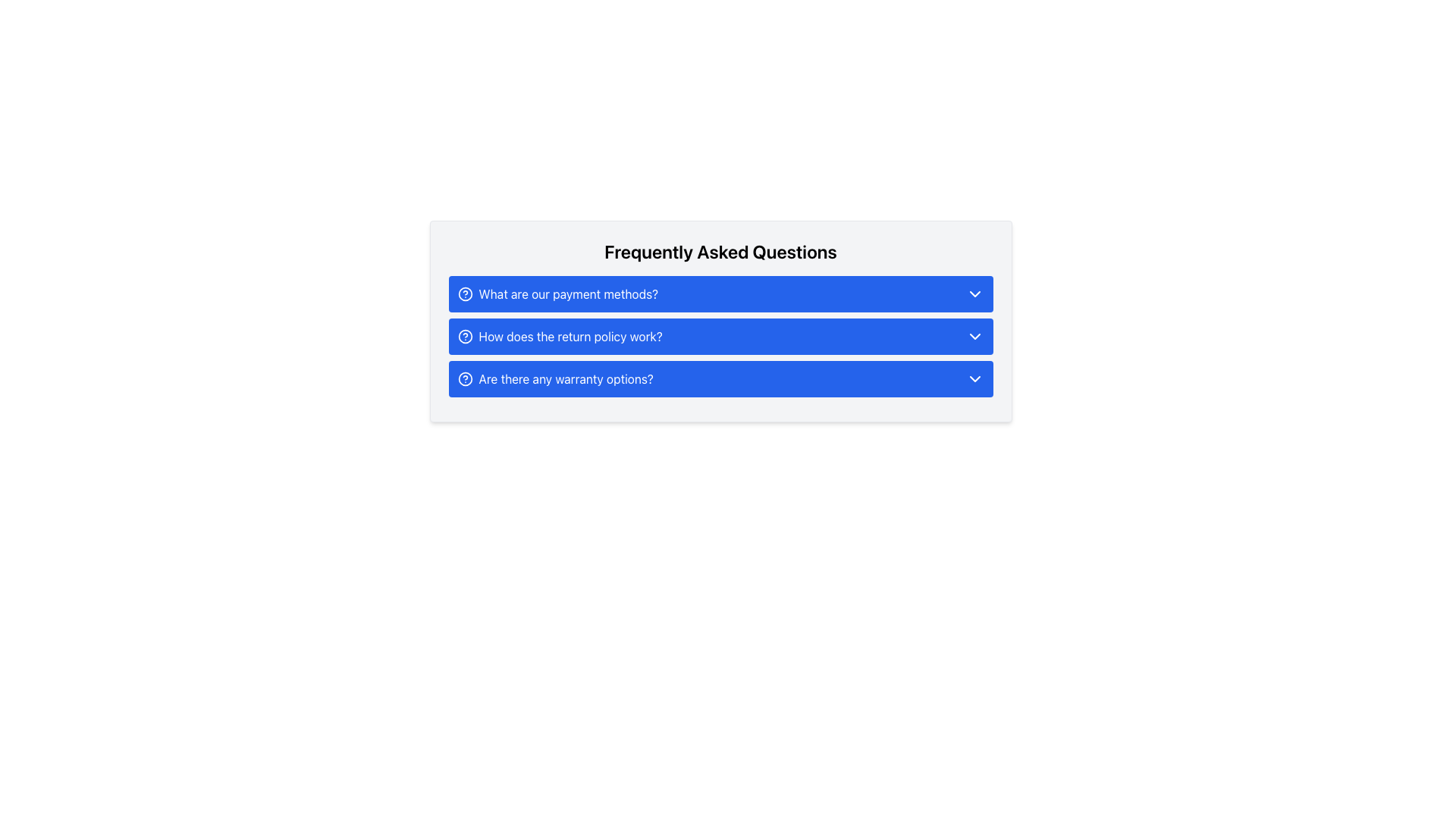 The image size is (1456, 819). I want to click on the help icon located to the left of the text 'How does the return policy work?', so click(464, 335).